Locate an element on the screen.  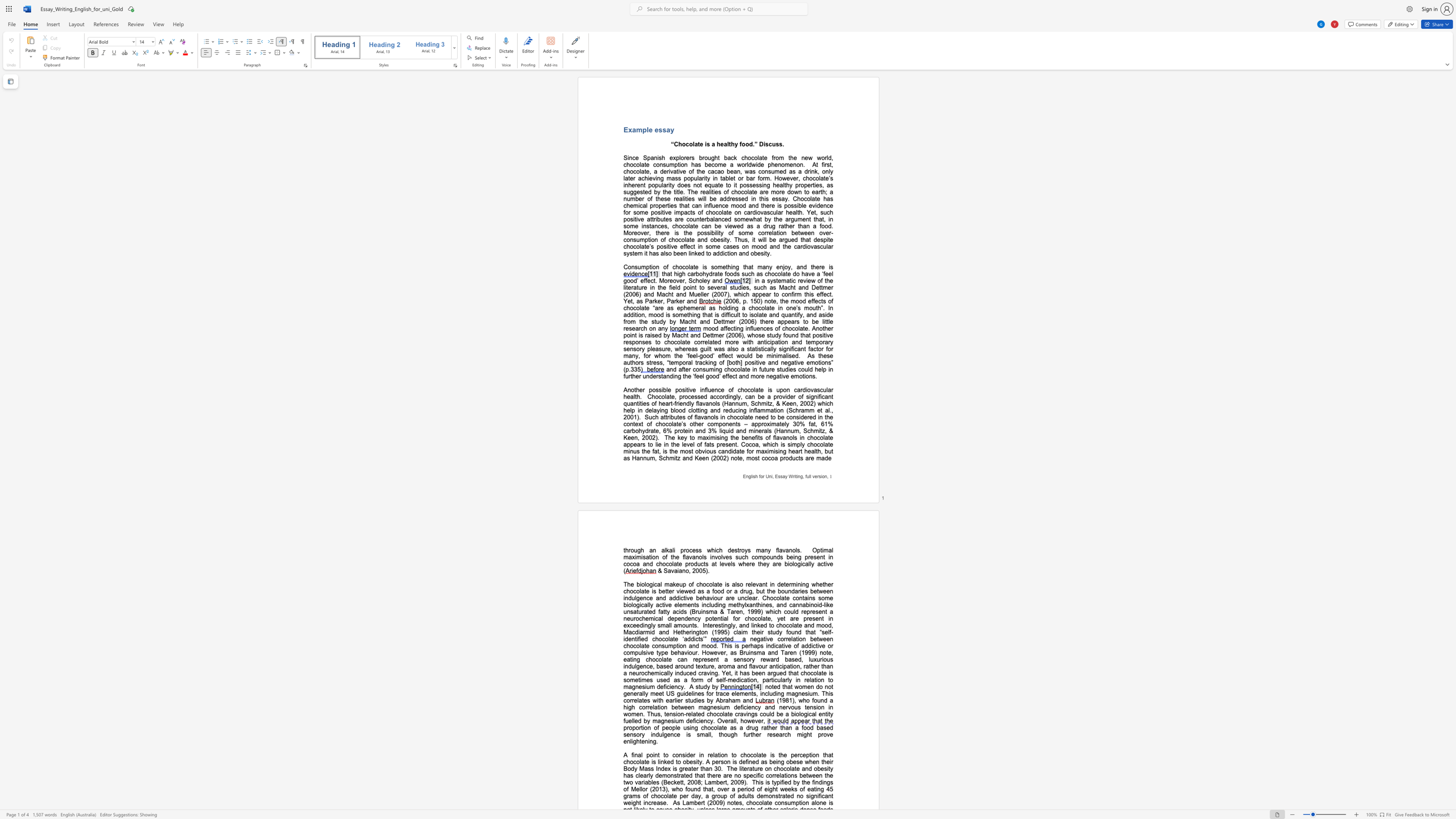
the subset text "in" within the text "A final point" is located at coordinates (653, 754).